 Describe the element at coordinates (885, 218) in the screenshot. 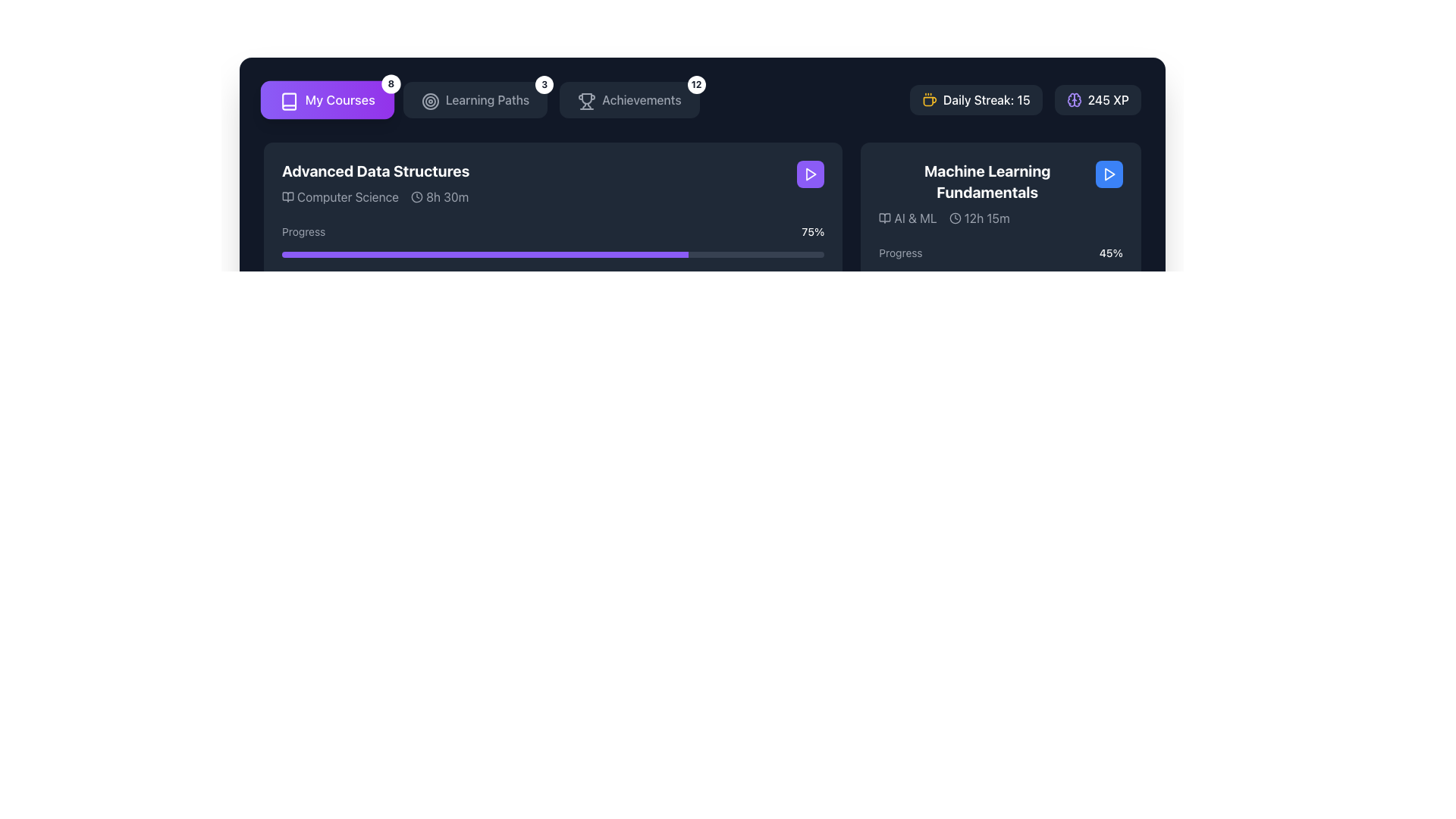

I see `the book-like icon positioned to the left of the 'AI & ML' text in the 'Machine Learning Fundamentals' card` at that location.